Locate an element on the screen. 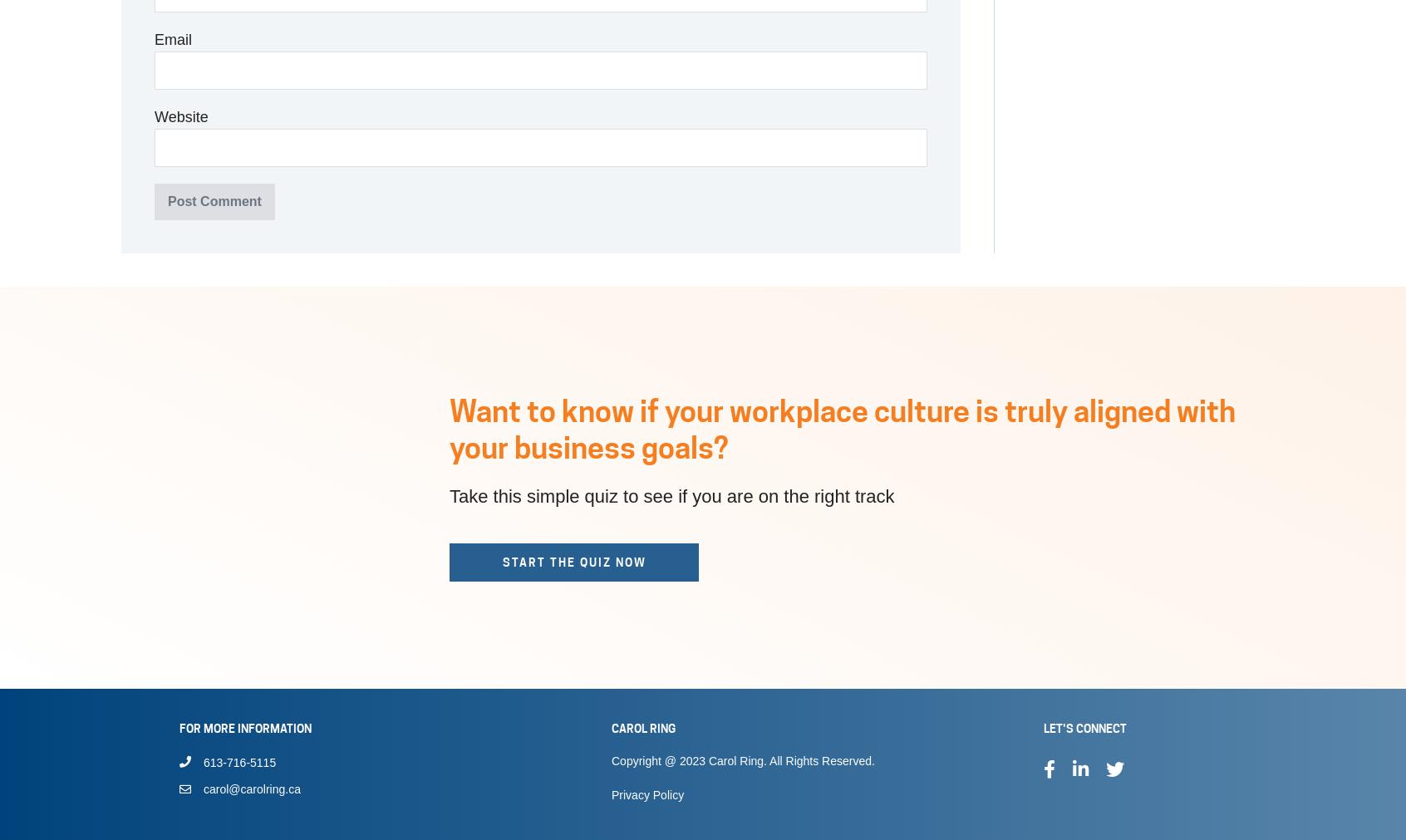 Image resolution: width=1406 pixels, height=840 pixels. 'For More Information' is located at coordinates (244, 728).